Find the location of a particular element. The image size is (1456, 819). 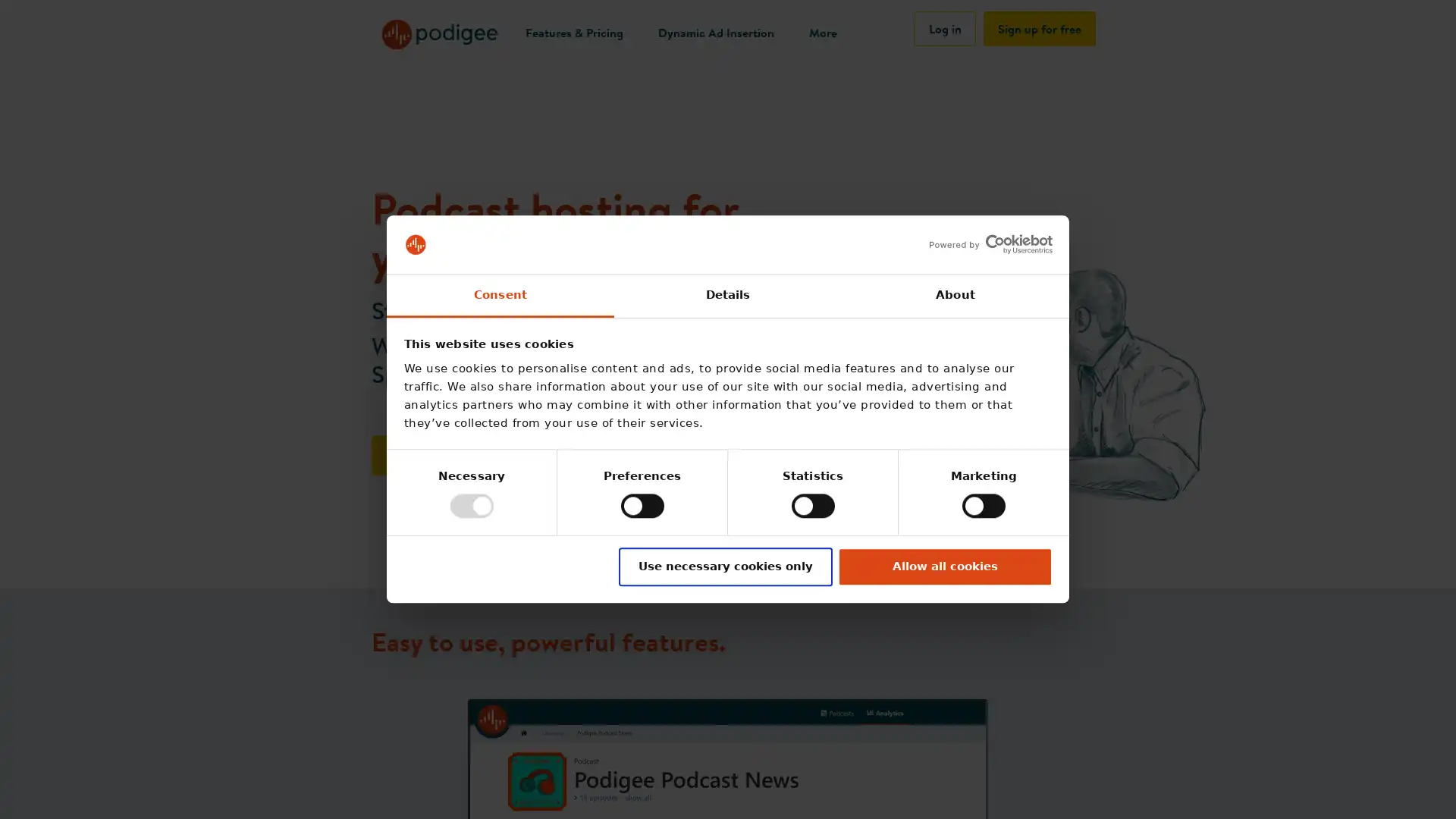

Allow all cookies is located at coordinates (944, 566).